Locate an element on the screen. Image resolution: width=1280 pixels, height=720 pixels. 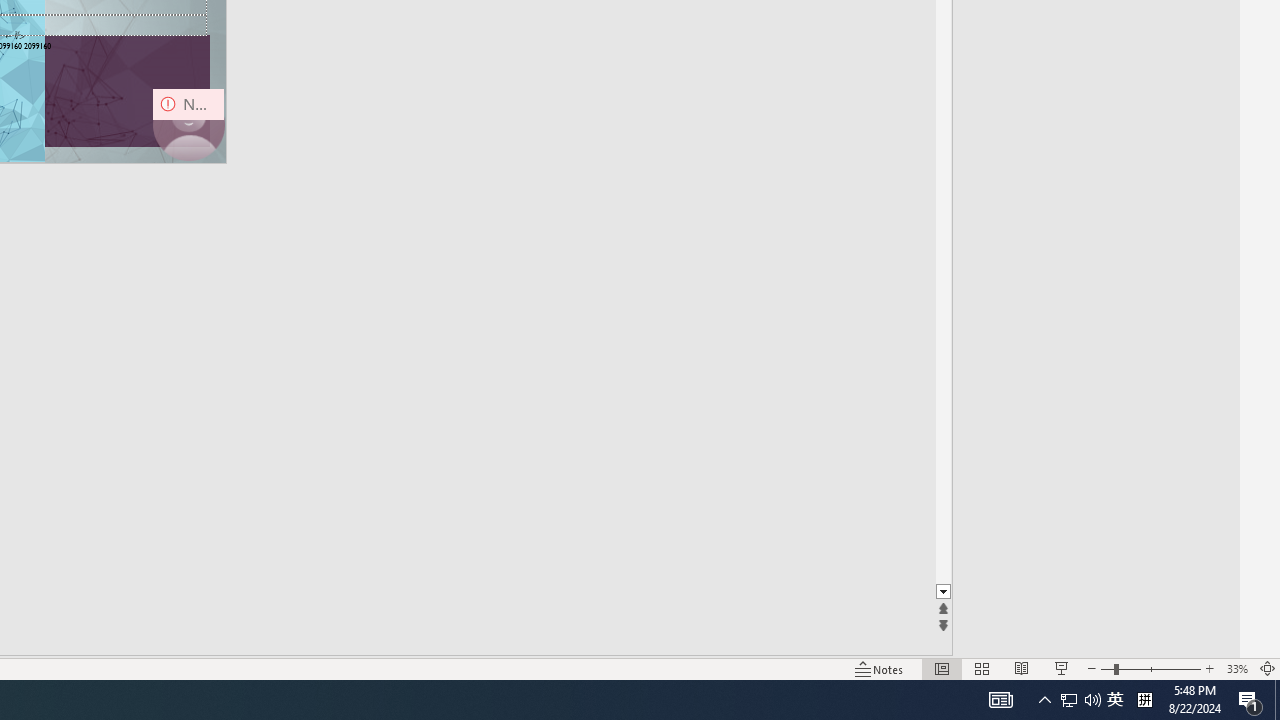
'Zoom to Fit ' is located at coordinates (1266, 669).